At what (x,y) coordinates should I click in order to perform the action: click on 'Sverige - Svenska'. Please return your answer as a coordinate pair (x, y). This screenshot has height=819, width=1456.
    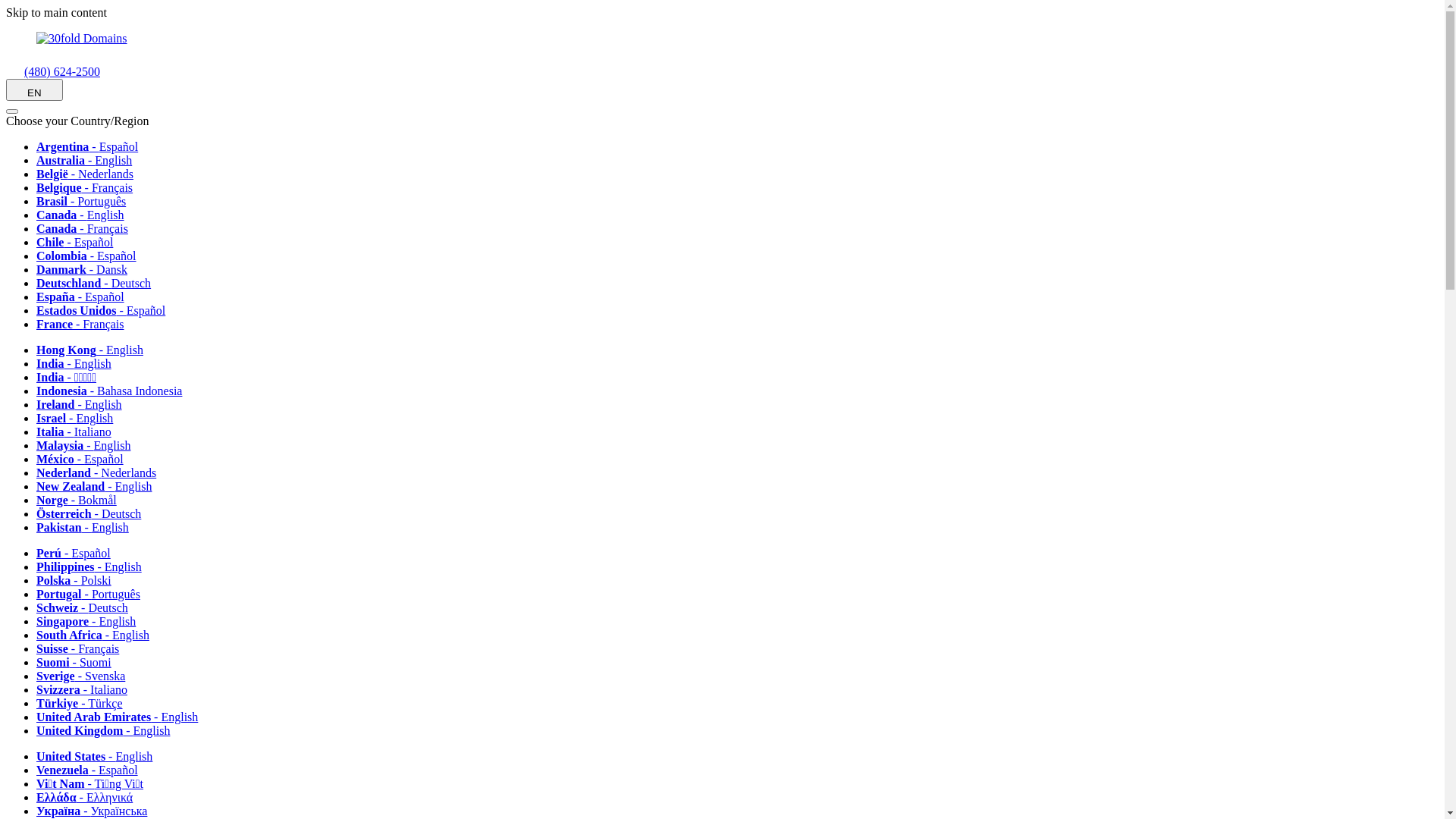
    Looking at the image, I should click on (85, 675).